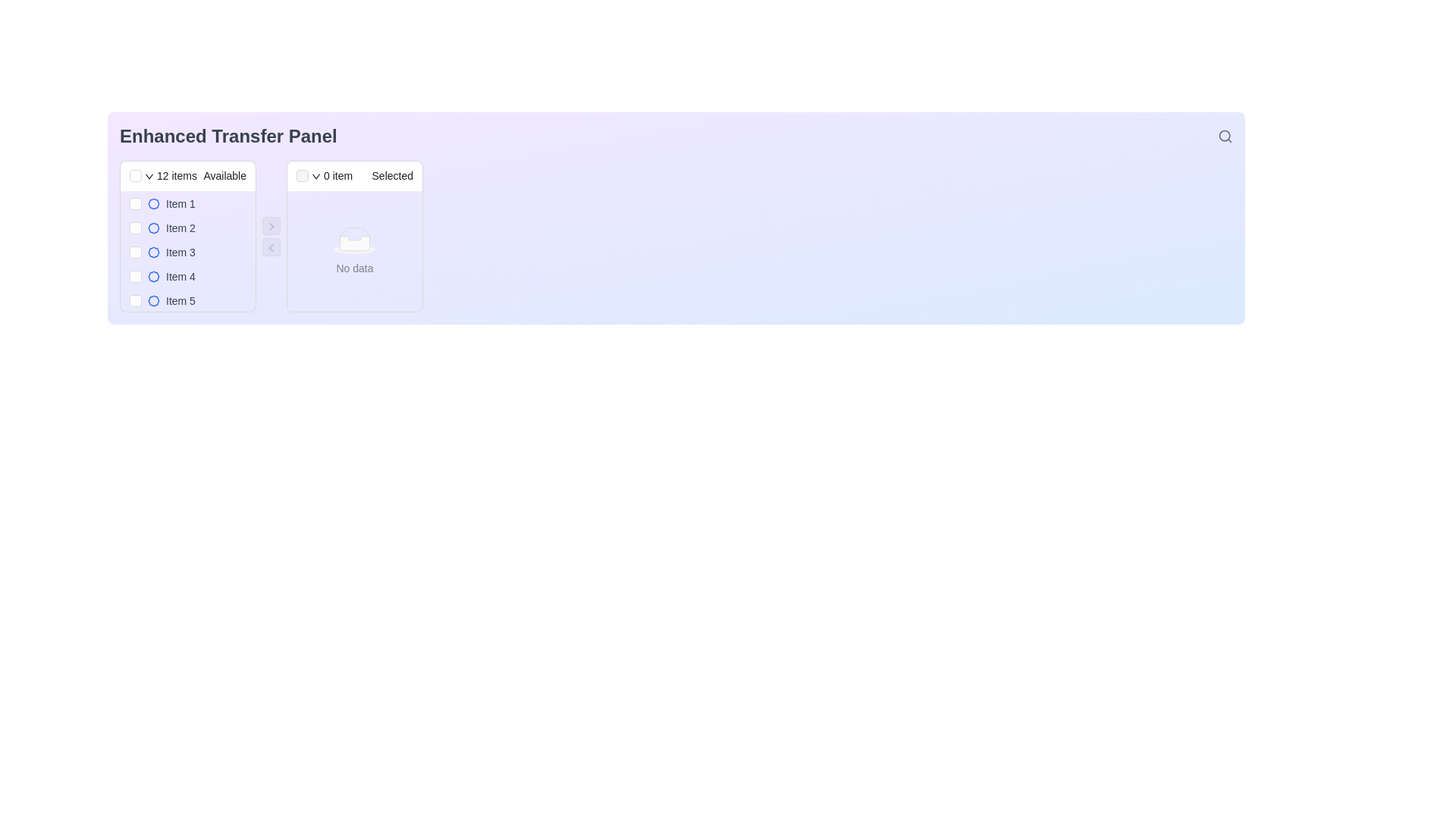 The width and height of the screenshot is (1456, 819). I want to click on the checkbox of the list item named 'Item 1', so click(187, 203).